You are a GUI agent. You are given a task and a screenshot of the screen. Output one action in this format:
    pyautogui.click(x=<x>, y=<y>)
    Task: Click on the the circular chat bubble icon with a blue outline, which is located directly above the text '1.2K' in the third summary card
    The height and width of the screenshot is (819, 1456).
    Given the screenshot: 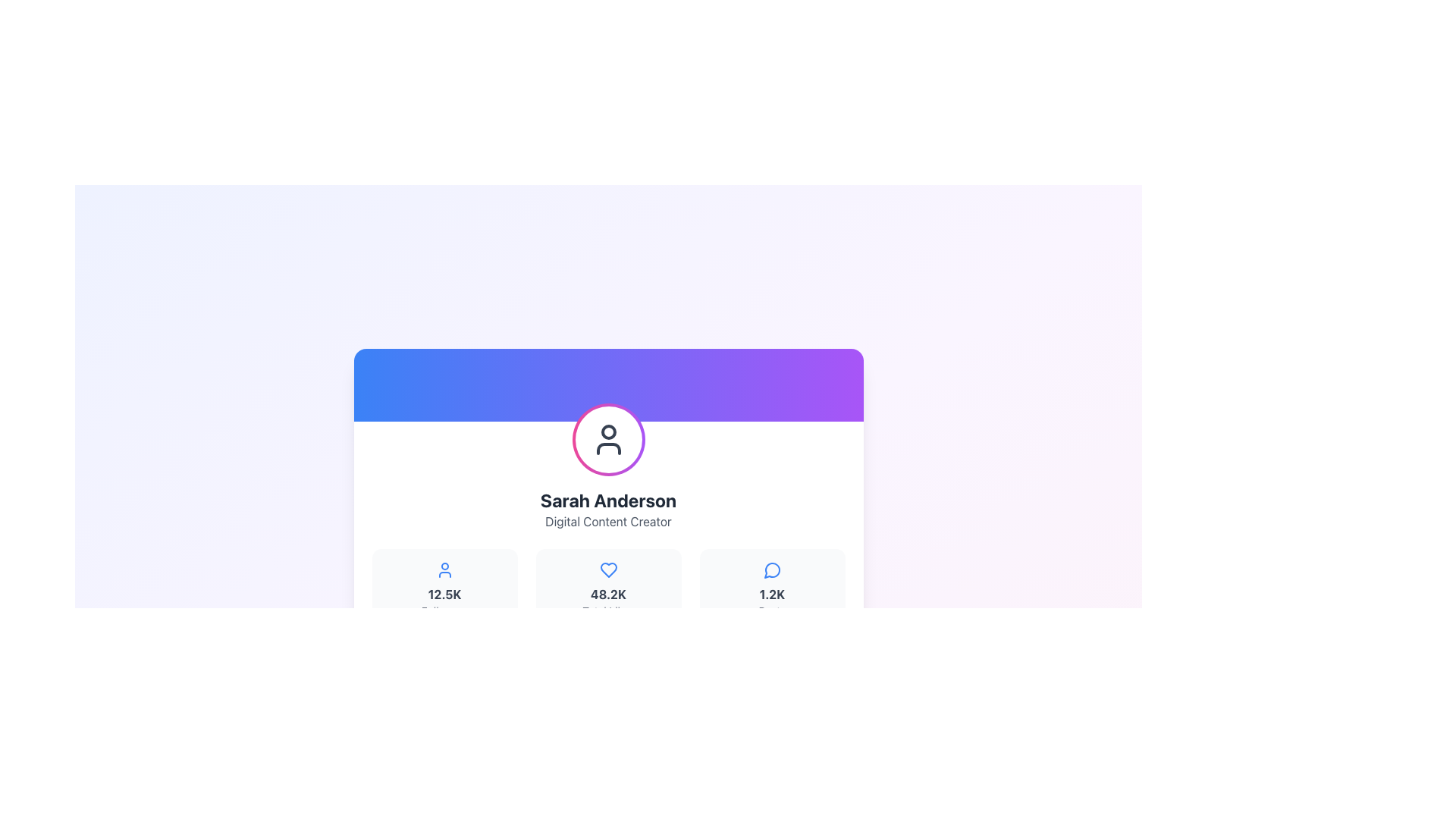 What is the action you would take?
    pyautogui.click(x=772, y=570)
    